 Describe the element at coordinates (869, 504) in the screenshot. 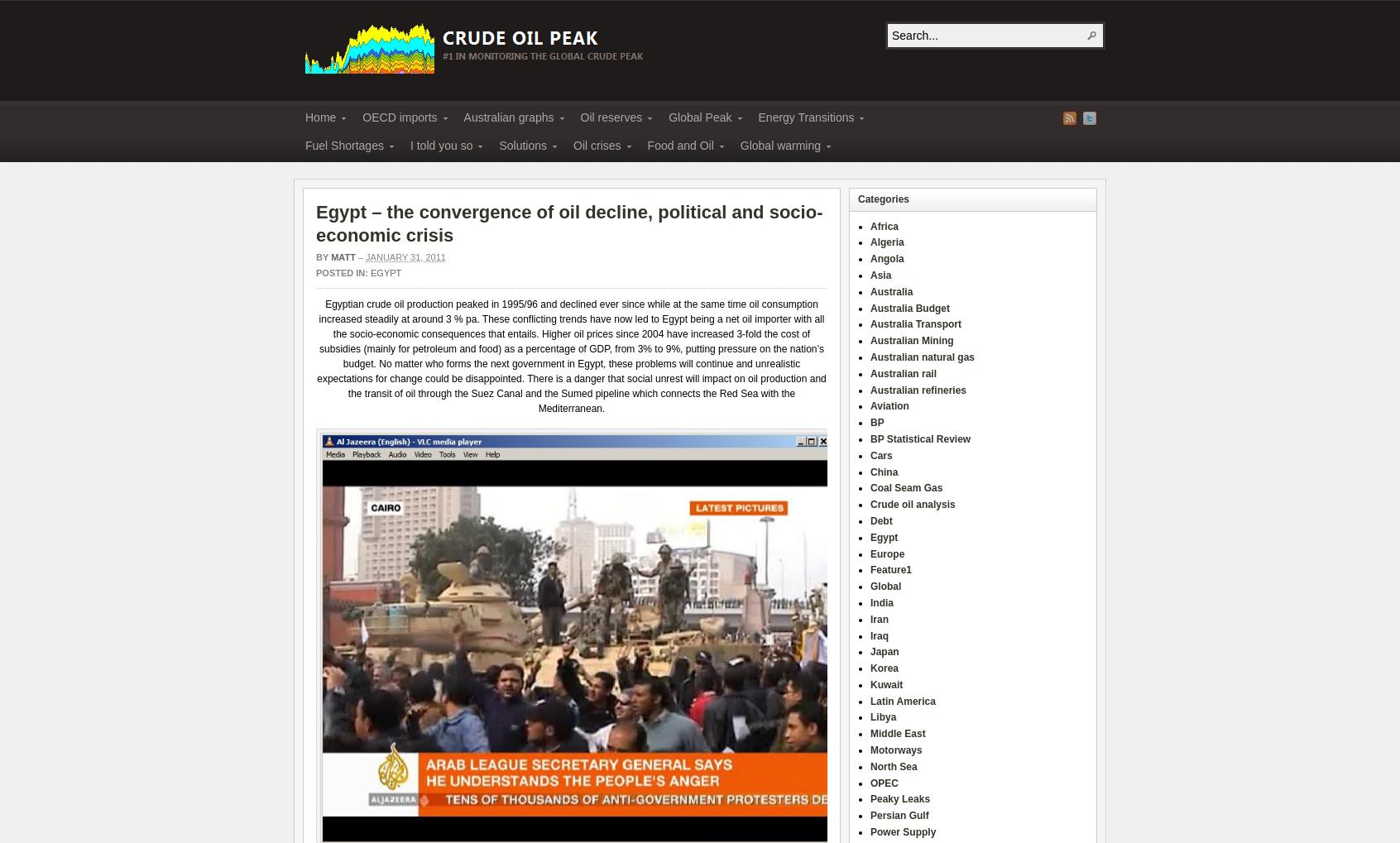

I see `'Crude oil analysis'` at that location.